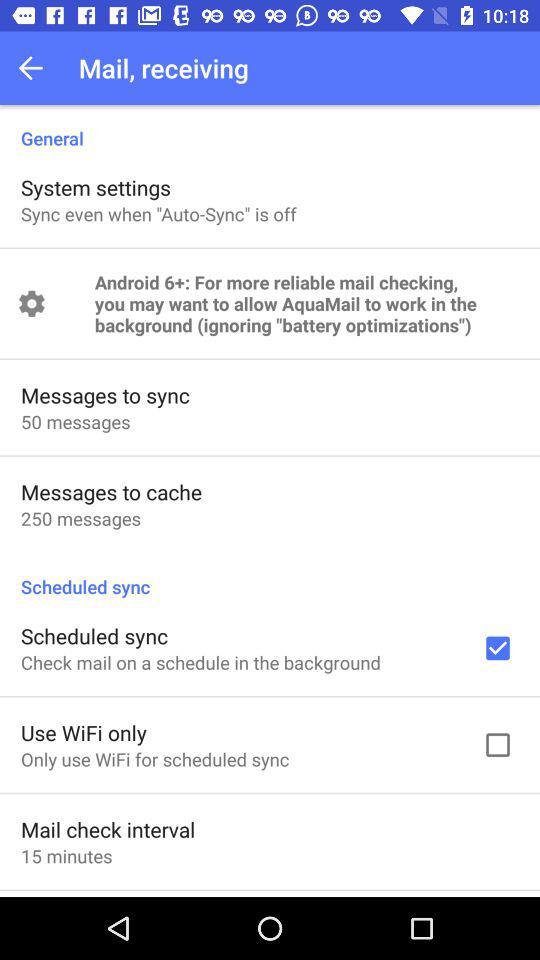  Describe the element at coordinates (80, 517) in the screenshot. I see `item above scheduled sync item` at that location.